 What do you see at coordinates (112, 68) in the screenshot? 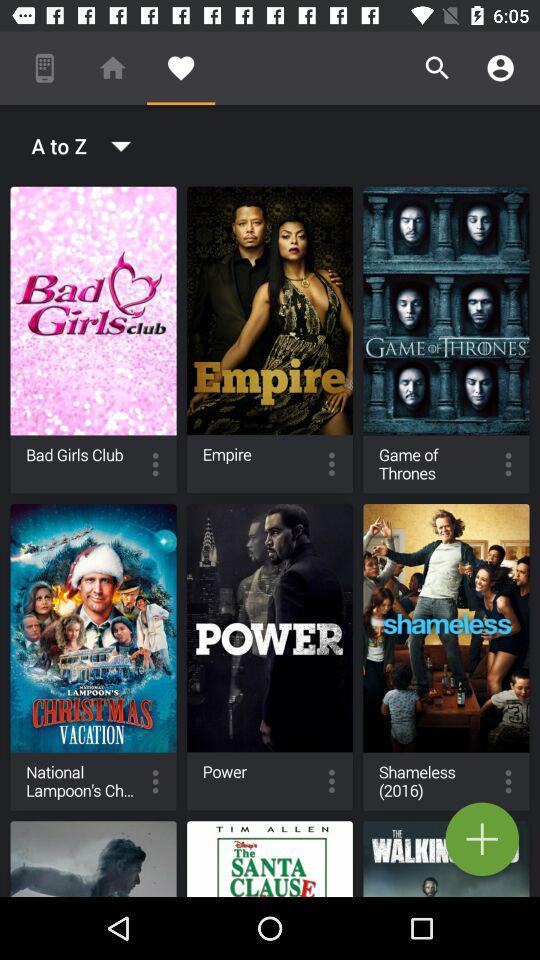
I see `the icon above a to z icon` at bounding box center [112, 68].